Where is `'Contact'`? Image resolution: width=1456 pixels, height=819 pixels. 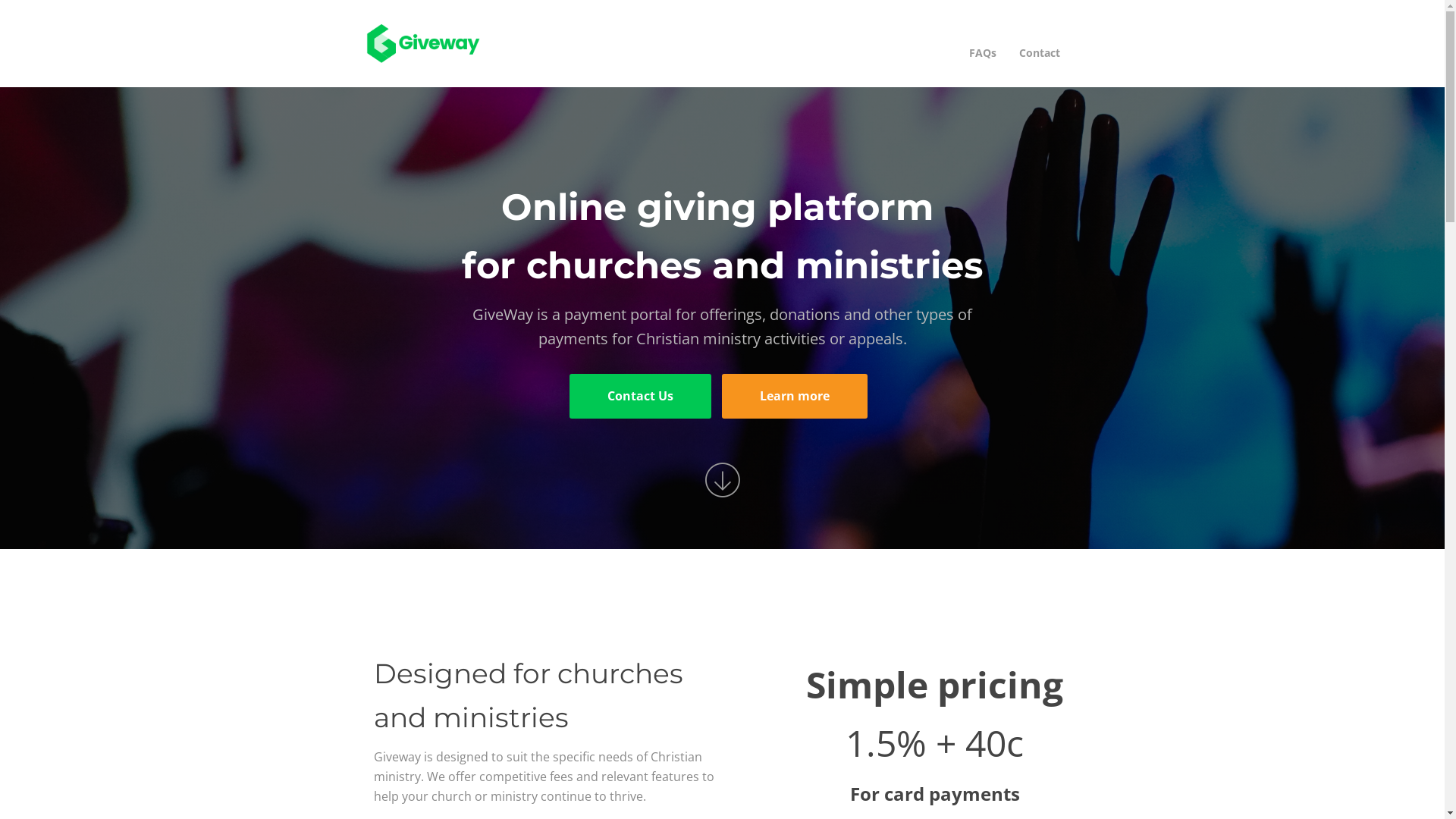 'Contact' is located at coordinates (1037, 52).